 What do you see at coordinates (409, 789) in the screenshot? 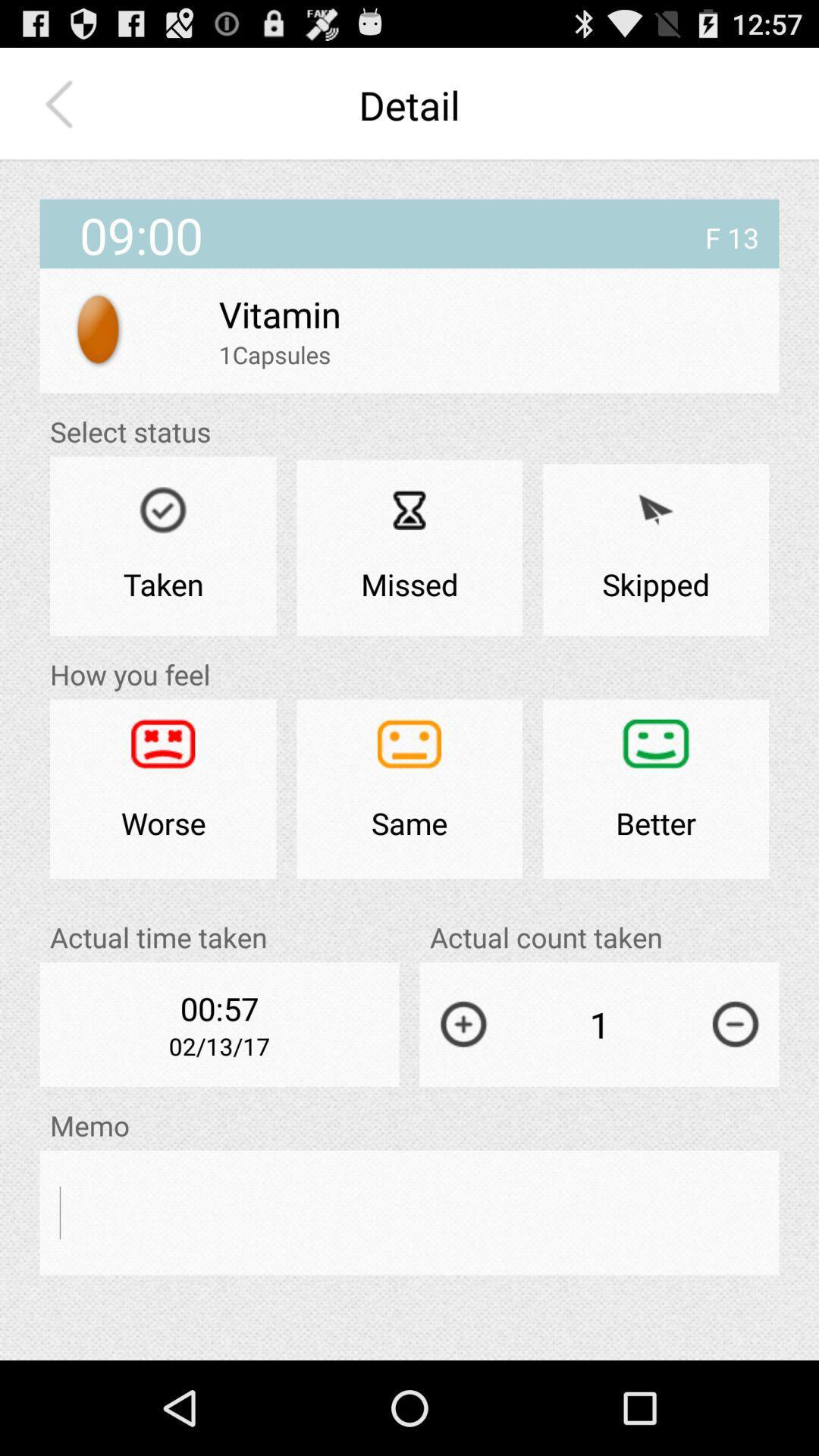
I see `the app below missed` at bounding box center [409, 789].